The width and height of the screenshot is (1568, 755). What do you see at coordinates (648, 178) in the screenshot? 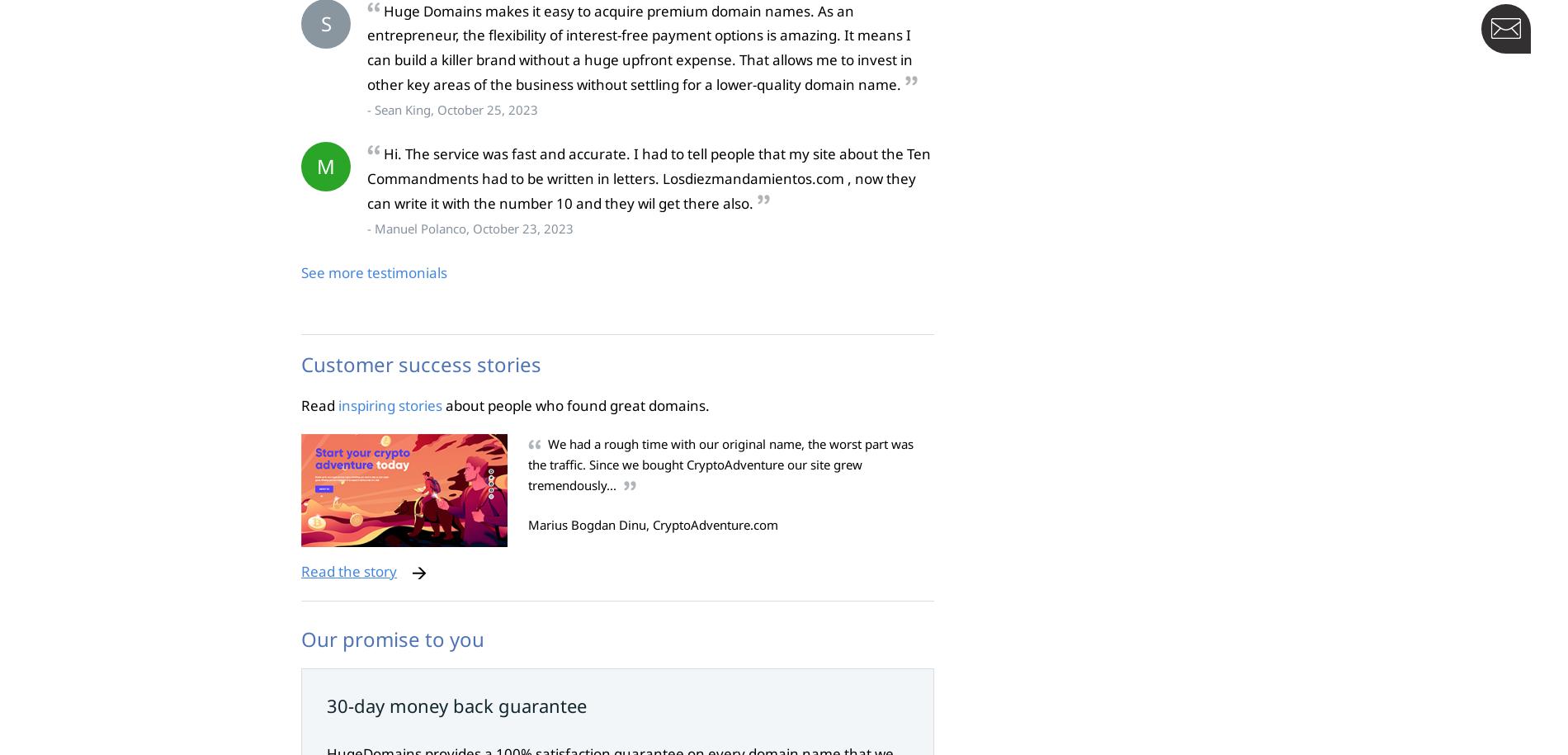
I see `'Hi. The service was fast and accurate.
I had to tell people that my site about the Ten Commandments had to be written in letters. Losdiezmandamientos.com , now they can write it with the number 10 and they wil get there also.'` at bounding box center [648, 178].